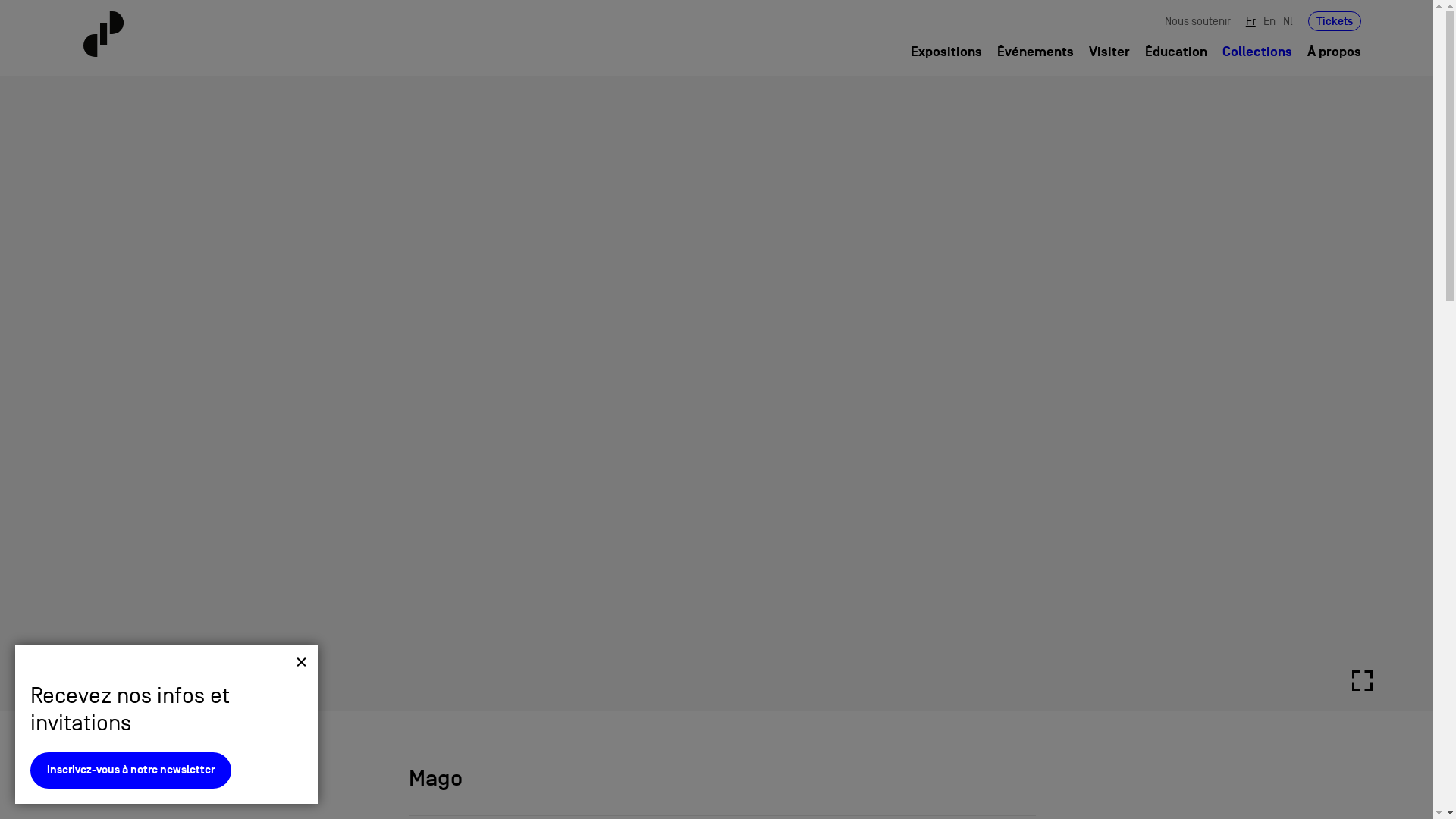 This screenshot has width=1456, height=819. Describe the element at coordinates (188, 34) in the screenshot. I see `'Back to homepage'` at that location.